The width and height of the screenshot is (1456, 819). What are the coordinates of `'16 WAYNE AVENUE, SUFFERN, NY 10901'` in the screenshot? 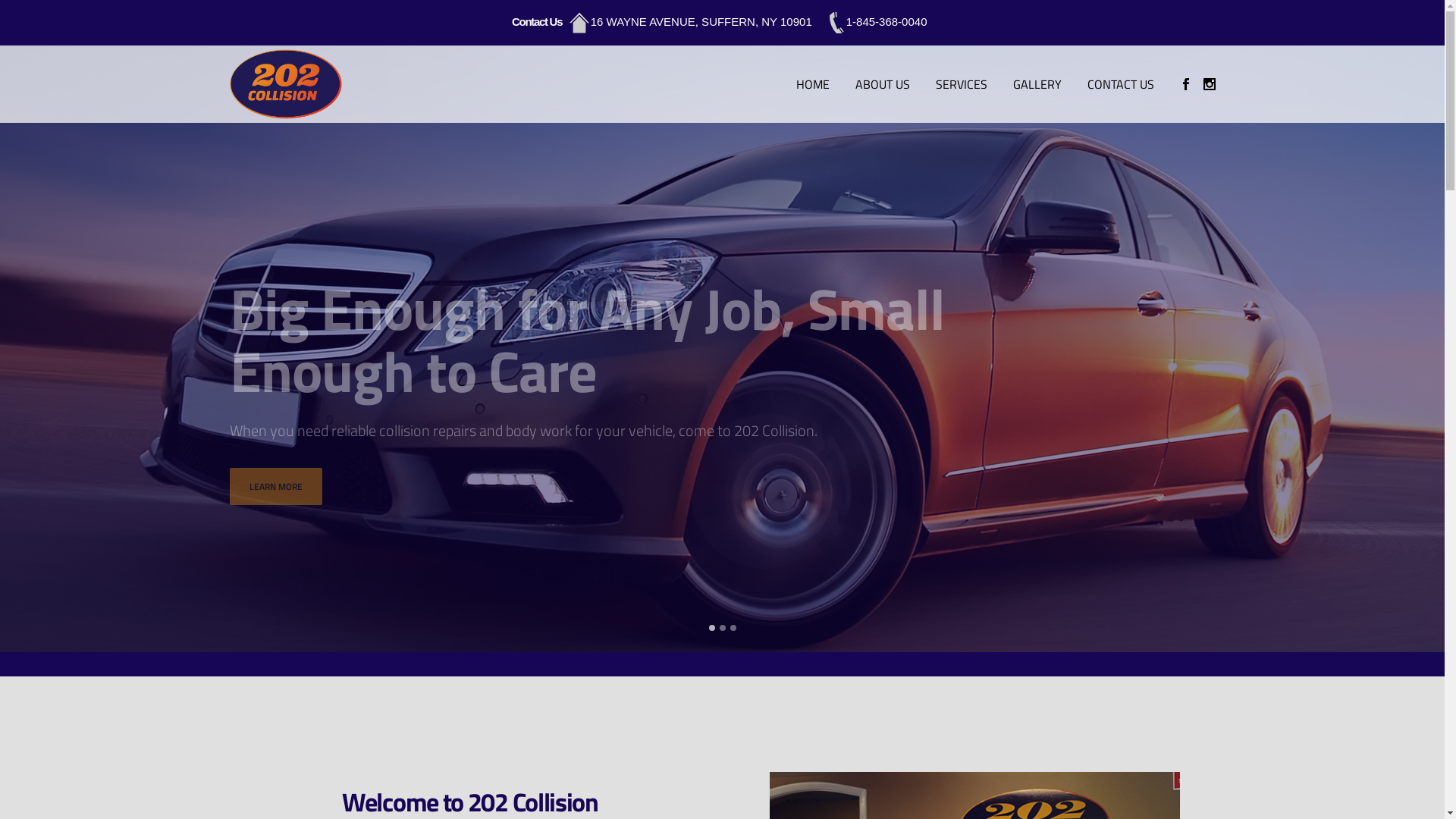 It's located at (689, 21).